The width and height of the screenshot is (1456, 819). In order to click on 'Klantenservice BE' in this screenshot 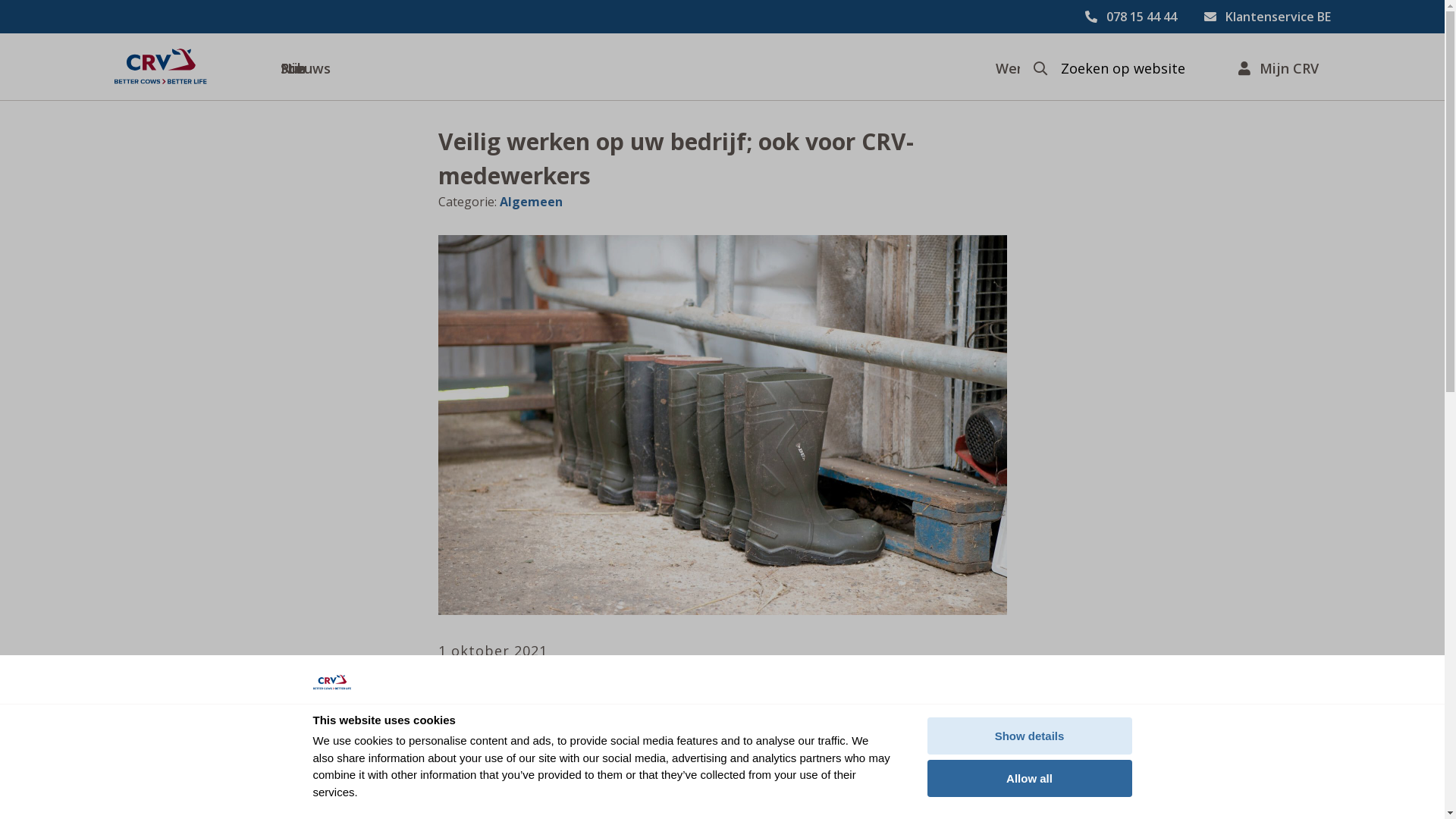, I will do `click(1267, 17)`.